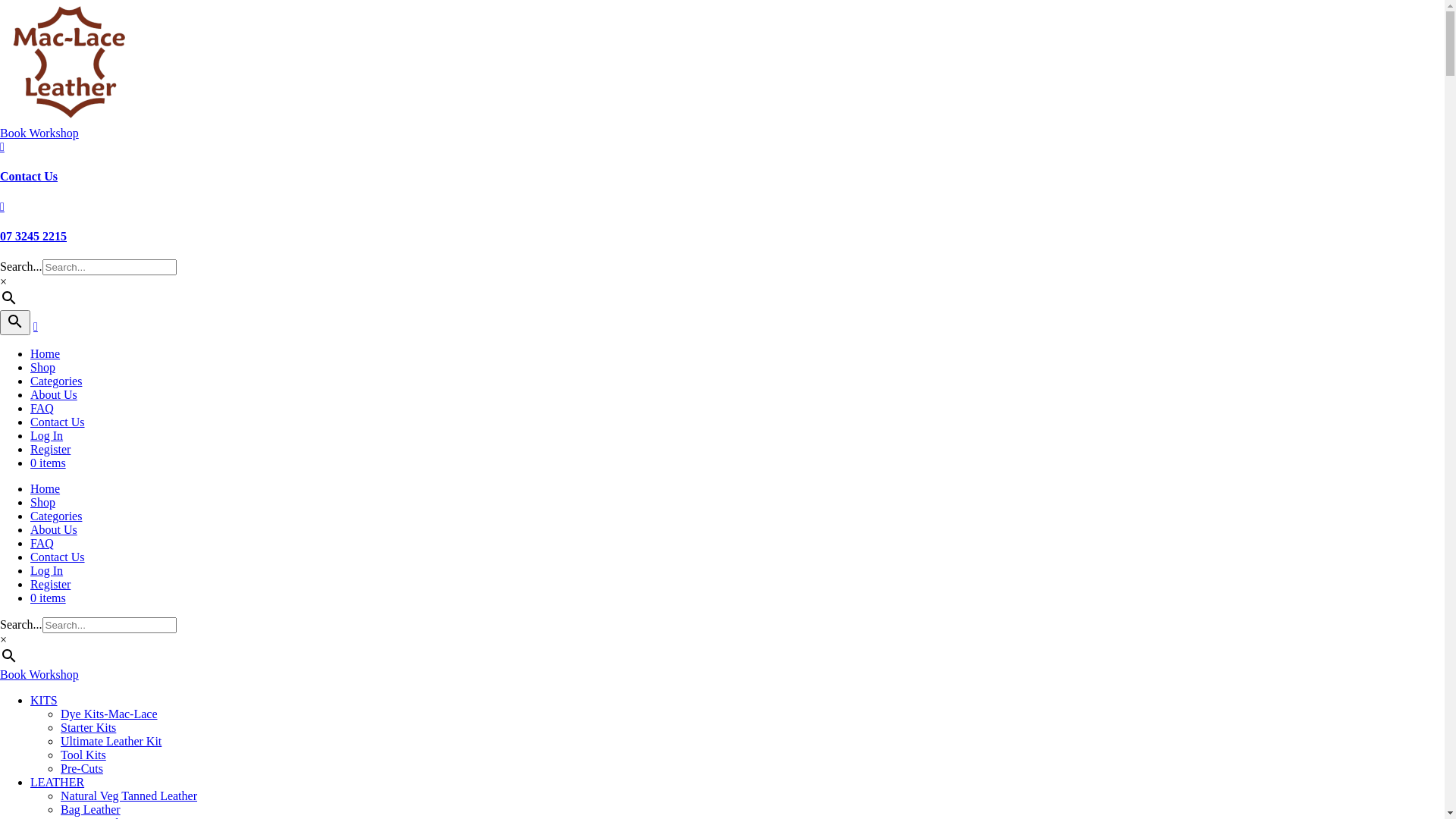 Image resolution: width=1456 pixels, height=819 pixels. What do you see at coordinates (30, 435) in the screenshot?
I see `'Log In'` at bounding box center [30, 435].